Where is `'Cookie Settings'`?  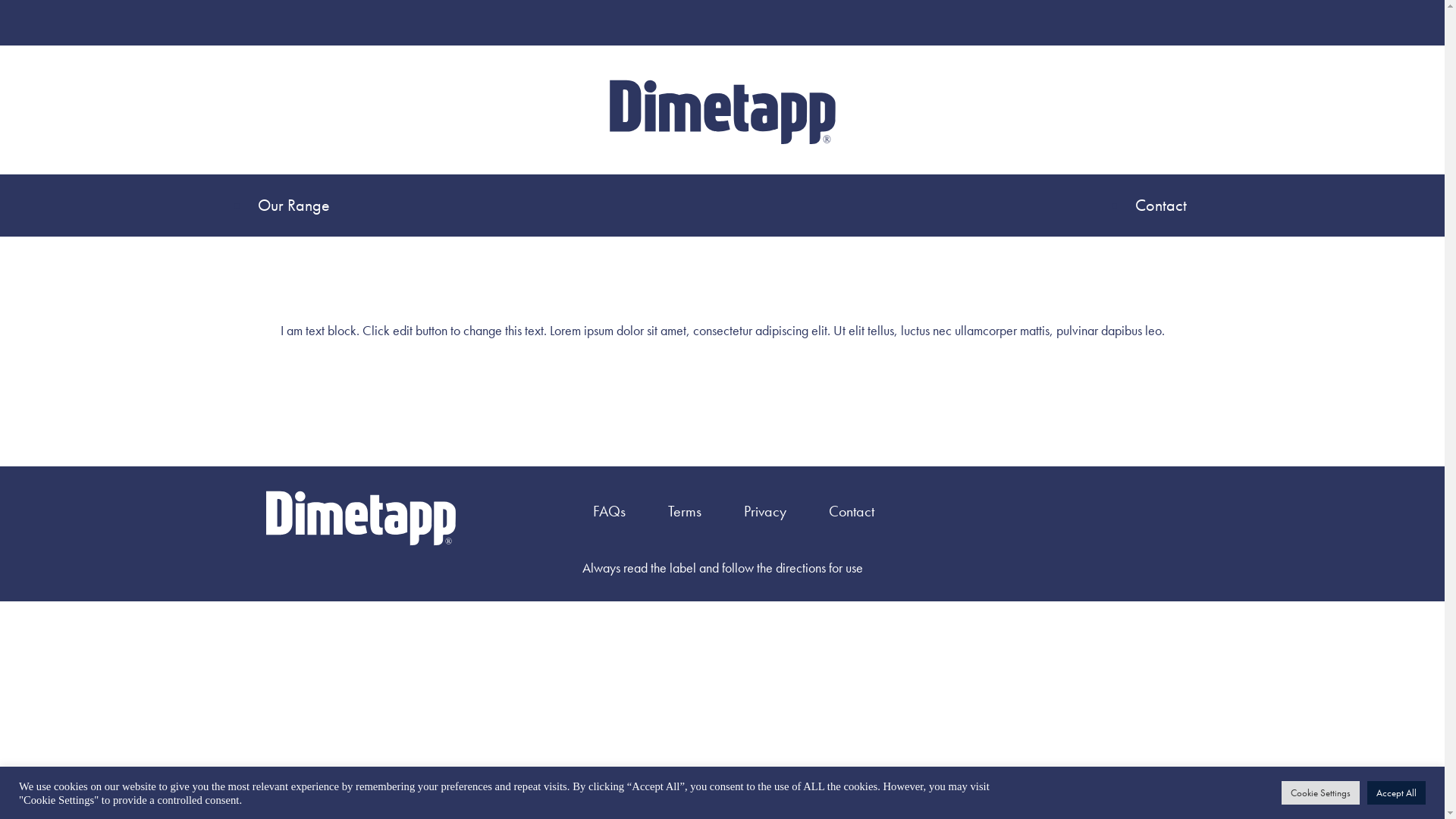 'Cookie Settings' is located at coordinates (1319, 792).